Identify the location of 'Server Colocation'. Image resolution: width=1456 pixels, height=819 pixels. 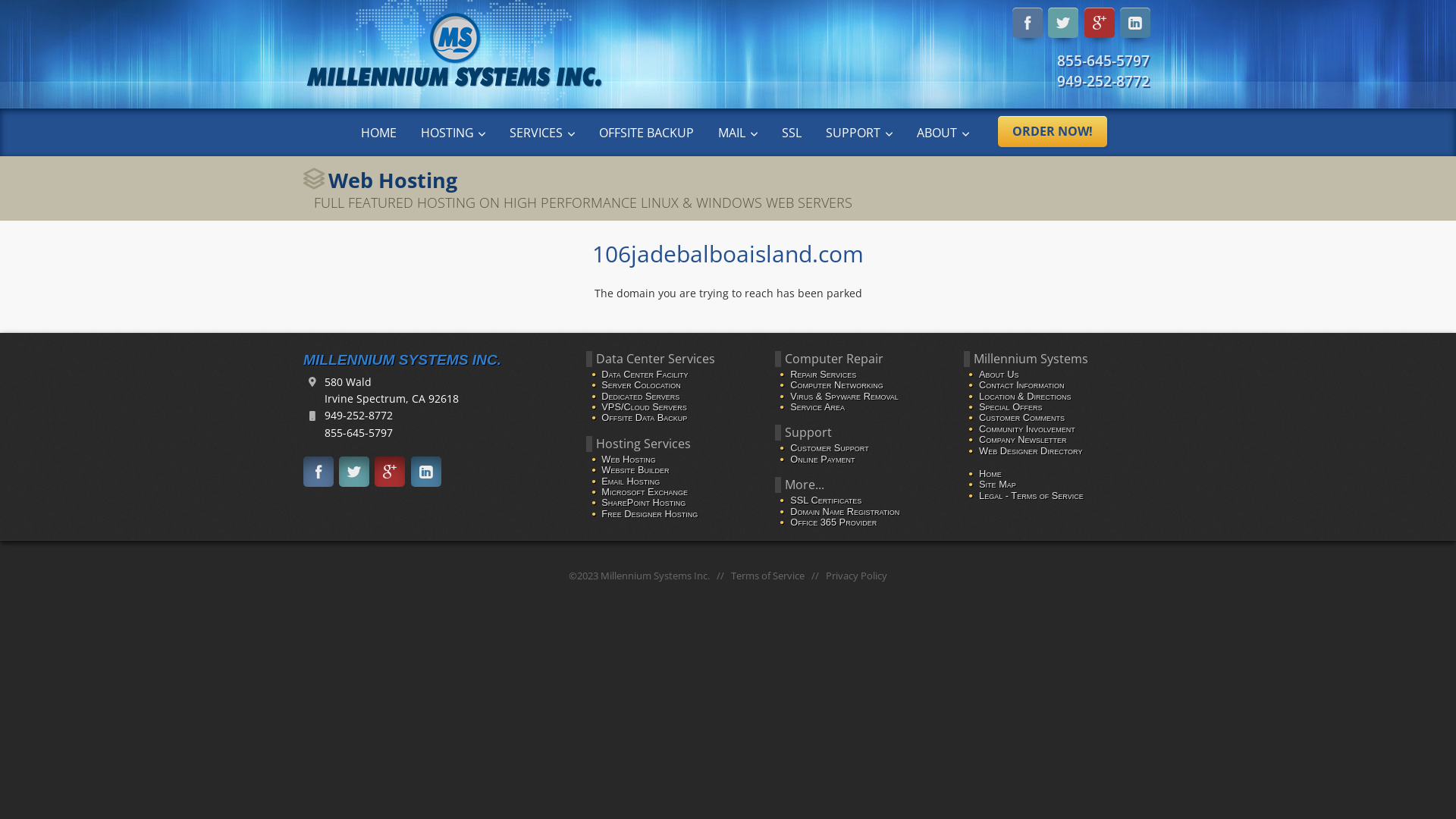
(641, 384).